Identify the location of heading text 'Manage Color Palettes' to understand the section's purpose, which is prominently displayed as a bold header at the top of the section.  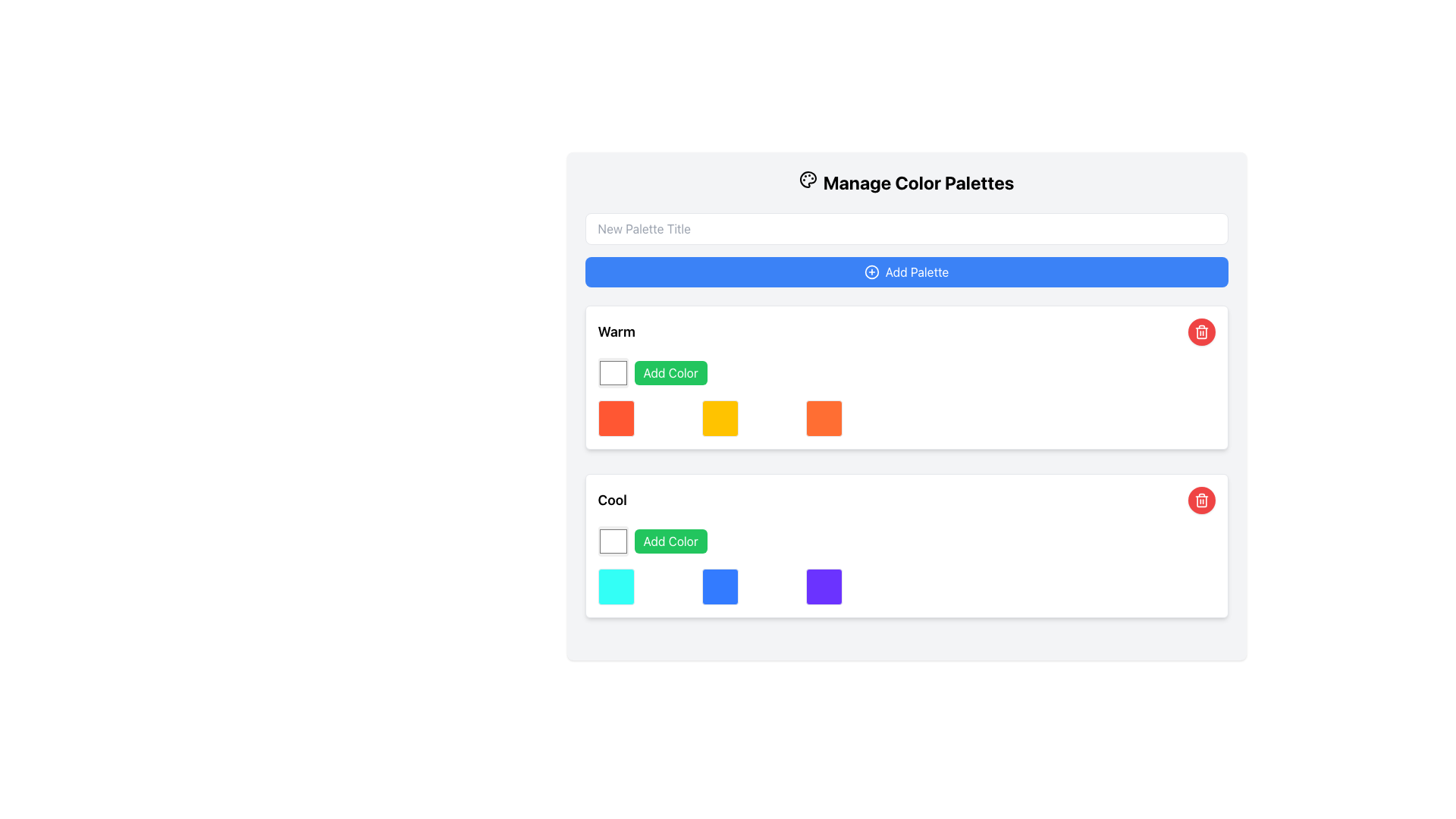
(906, 181).